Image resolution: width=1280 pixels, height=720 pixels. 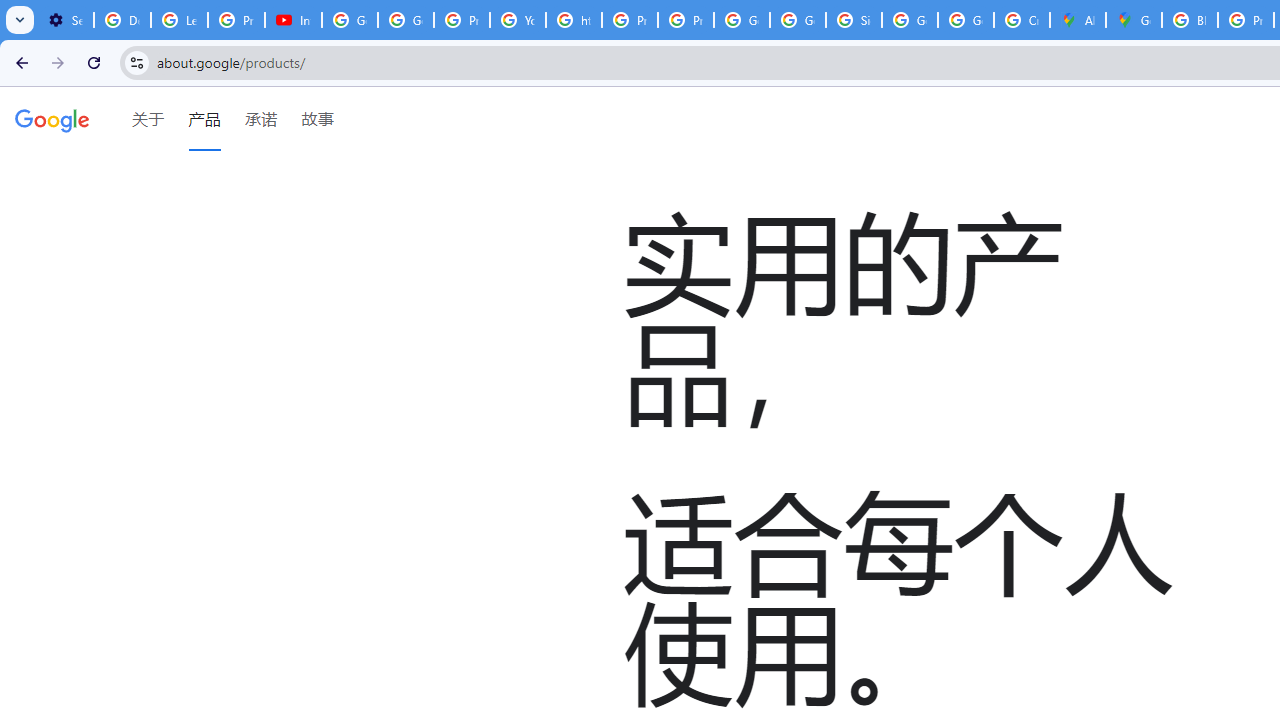 I want to click on 'Sign in - Google Accounts', so click(x=853, y=20).